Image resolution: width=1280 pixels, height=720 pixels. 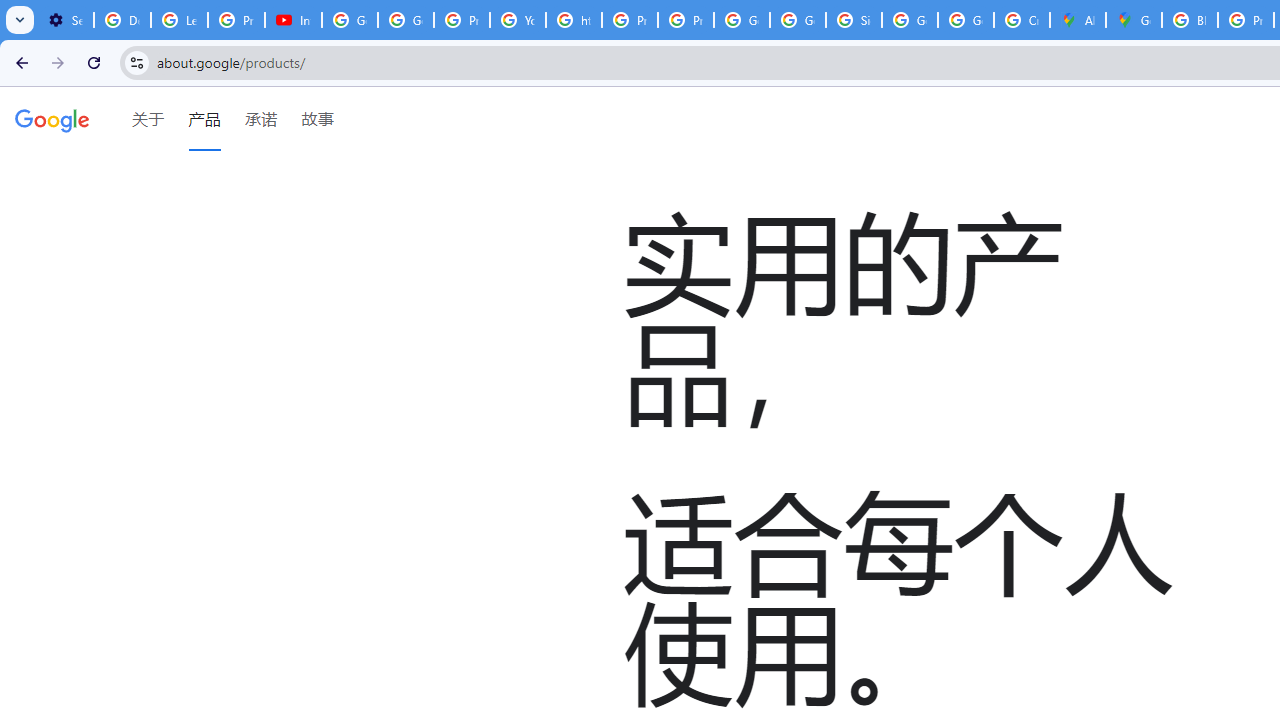 I want to click on 'Sign in - Google Accounts', so click(x=853, y=20).